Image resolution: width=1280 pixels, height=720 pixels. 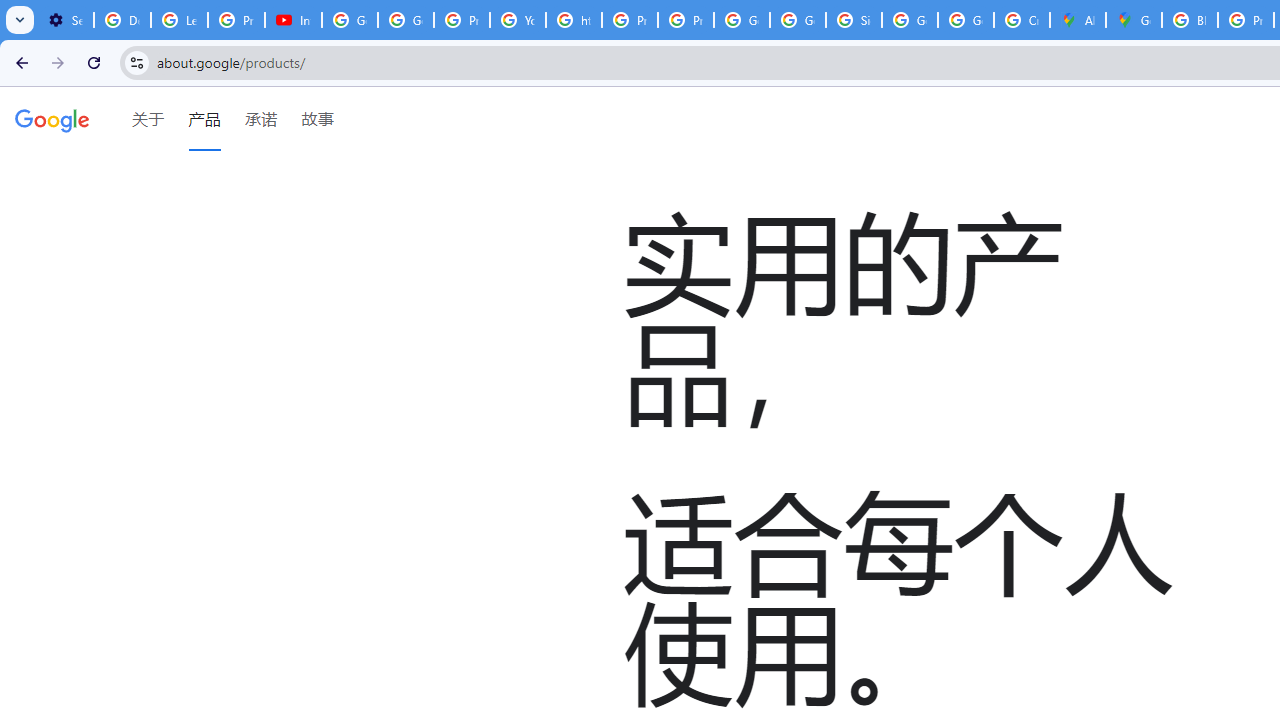 I want to click on 'Sign in - Google Accounts', so click(x=853, y=20).